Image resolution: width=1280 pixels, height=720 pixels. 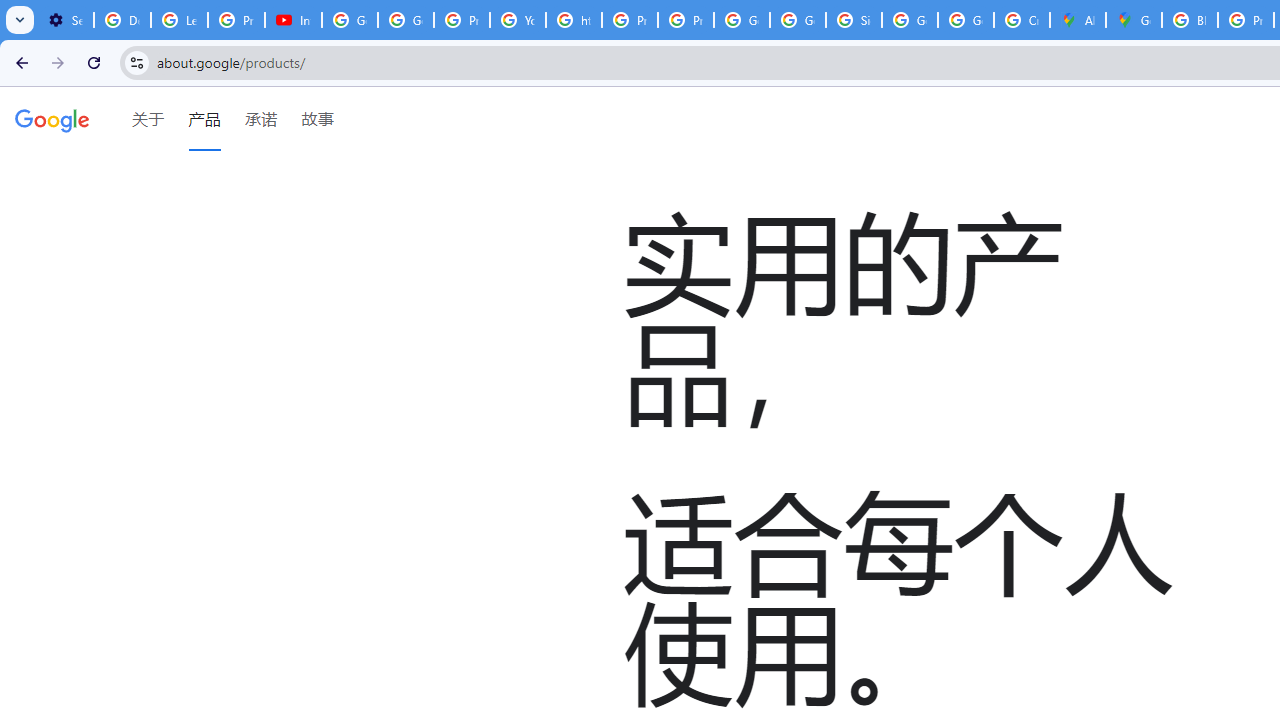 I want to click on 'Sign in - Google Accounts', so click(x=853, y=20).